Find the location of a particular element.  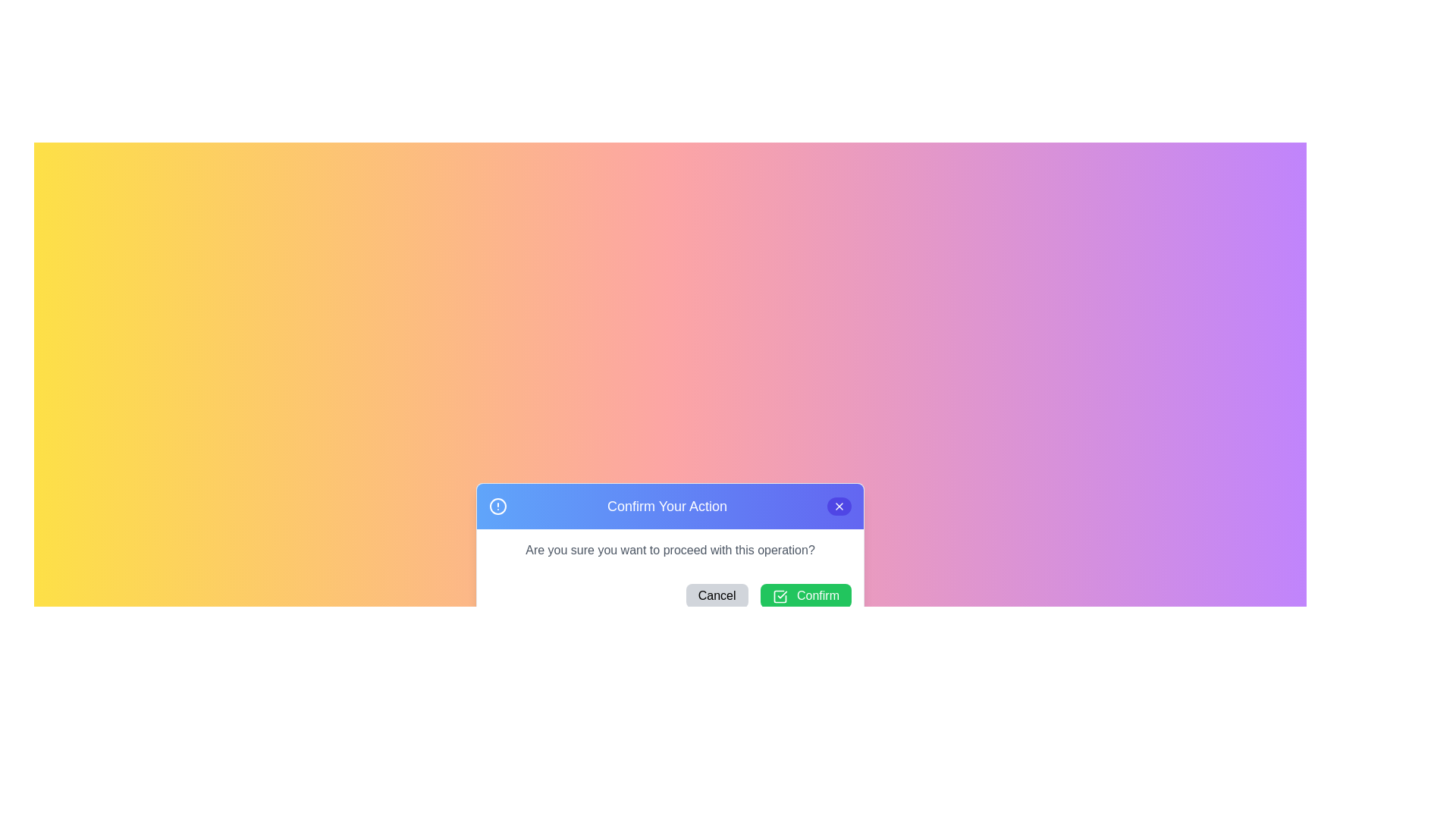

the 'Confirm' button which contains the green square icon with a checkmark, positioned on the bottom-right side of the dialog box is located at coordinates (780, 595).